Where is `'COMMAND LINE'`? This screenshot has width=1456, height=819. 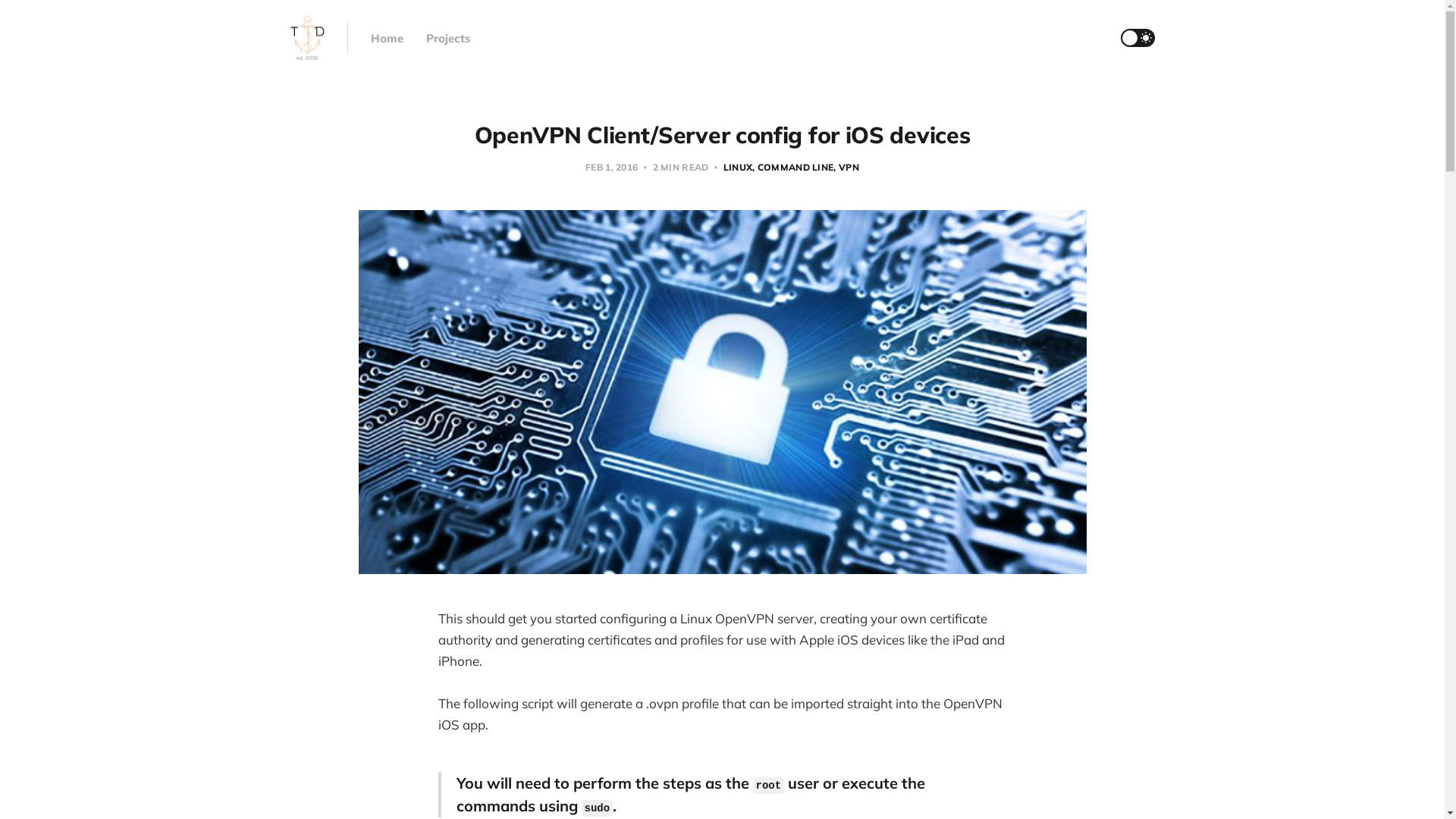
'COMMAND LINE' is located at coordinates (792, 167).